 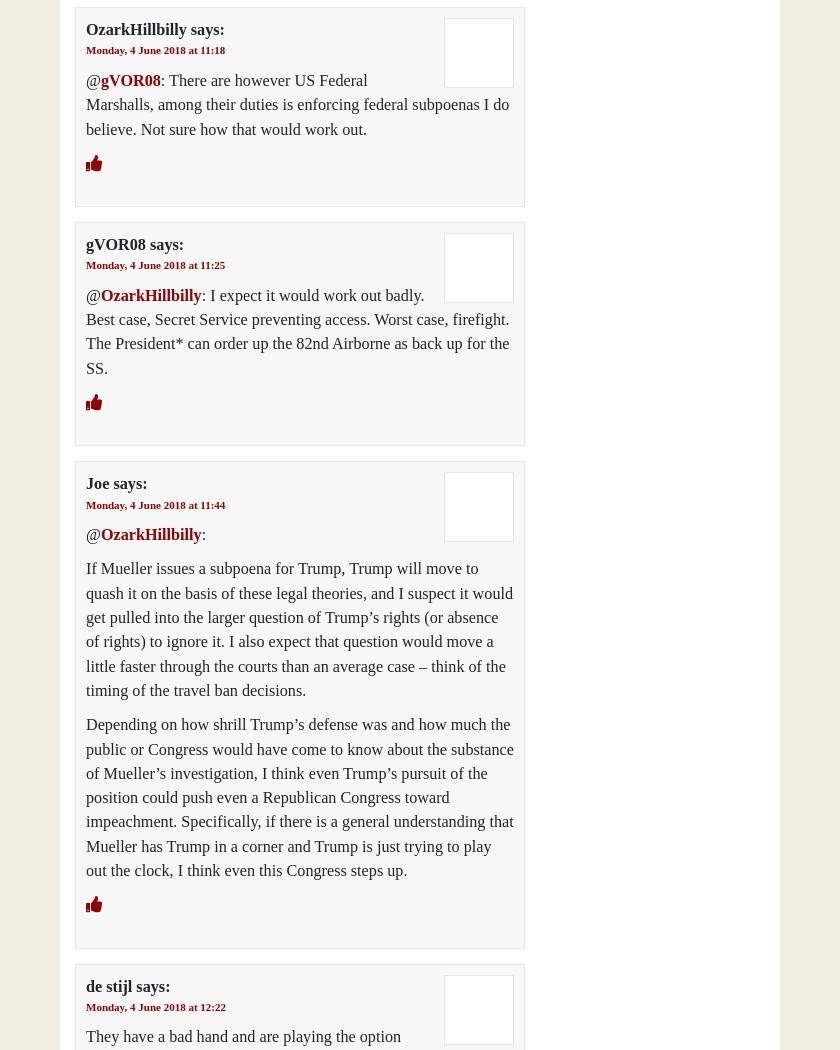 What do you see at coordinates (299, 797) in the screenshot?
I see `'Depending on how shrill Trump’s defense was and how much the public or Congress would have come to know about the substance of Mueller’s investigation, I think even Trump’s pursuit of the position could push even a Republican Congress toward impeachment.  Specifically, if there is a general understanding that Mueller has Trump in a corner and Trump is just trying to play out the clock, I think even this Congress steps up.'` at bounding box center [299, 797].